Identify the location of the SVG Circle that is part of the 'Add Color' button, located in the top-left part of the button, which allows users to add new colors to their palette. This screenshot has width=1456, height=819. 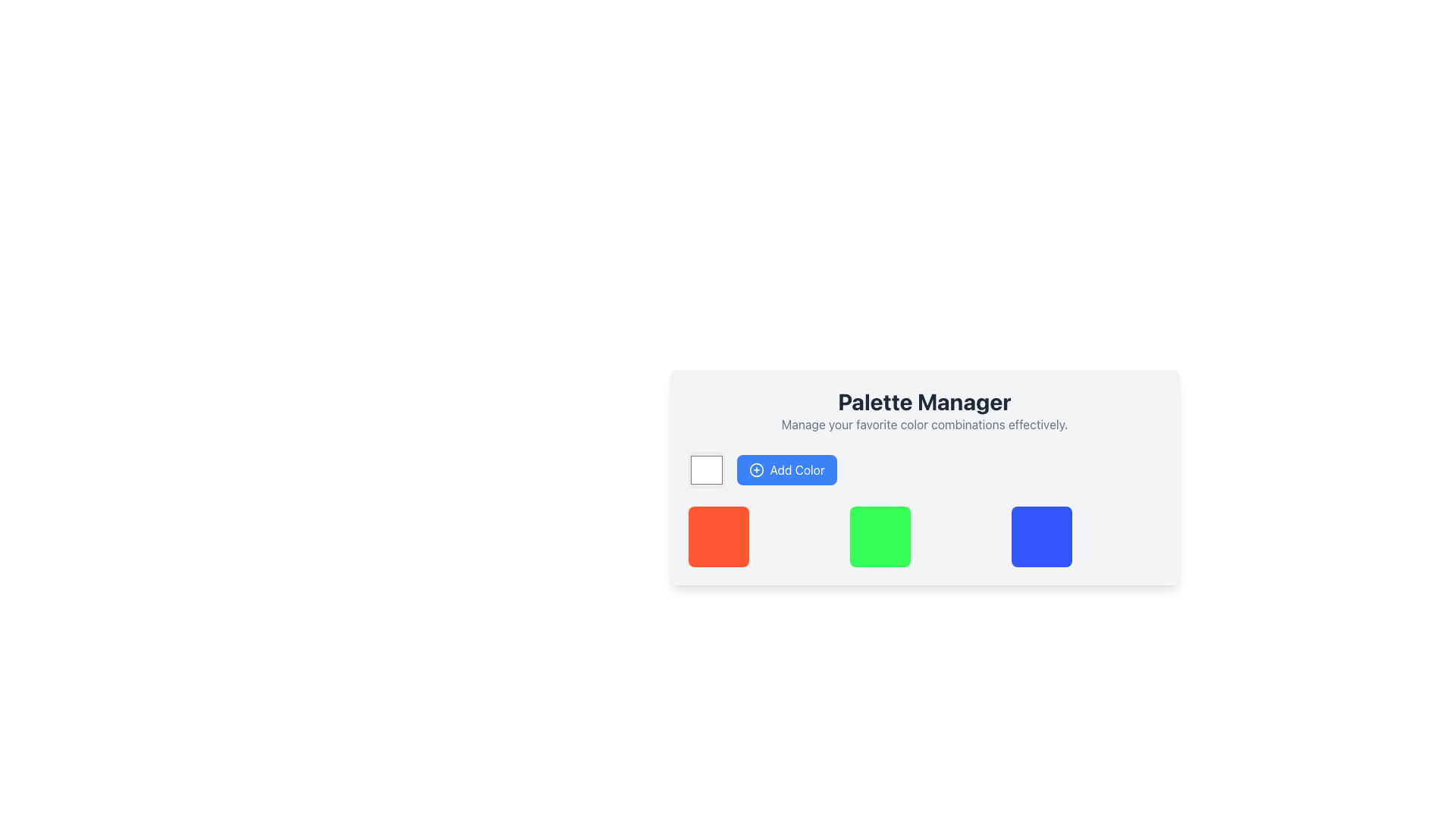
(756, 469).